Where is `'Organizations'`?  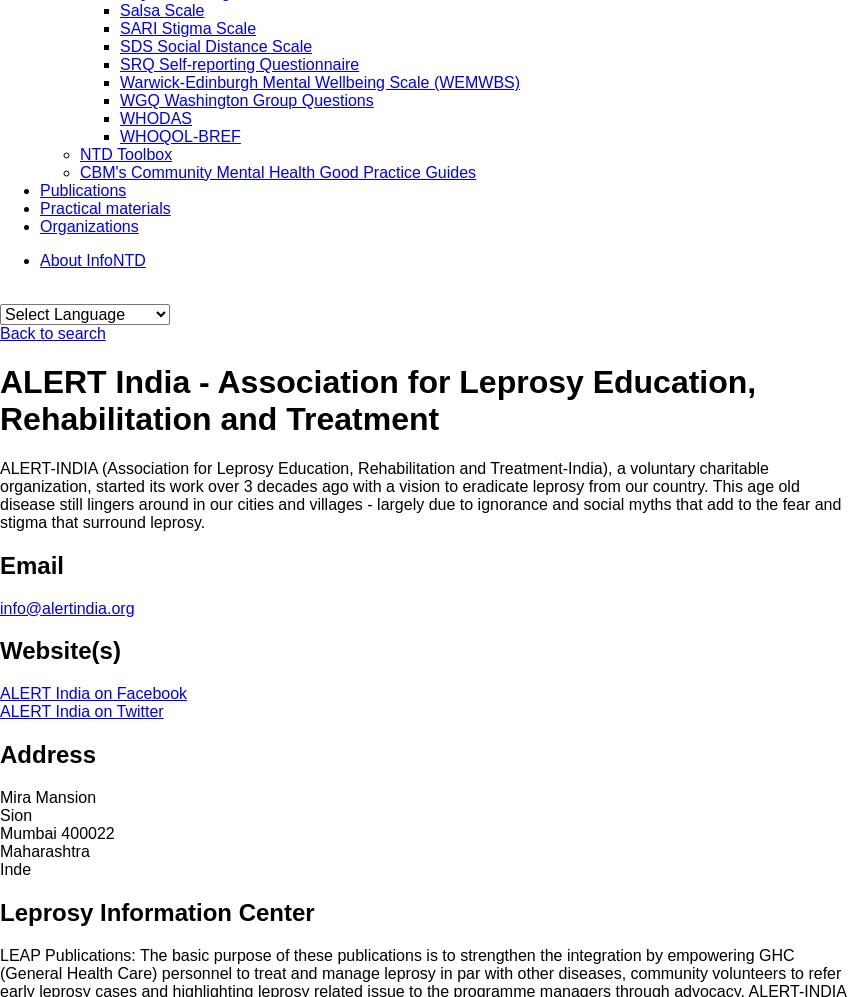 'Organizations' is located at coordinates (87, 225).